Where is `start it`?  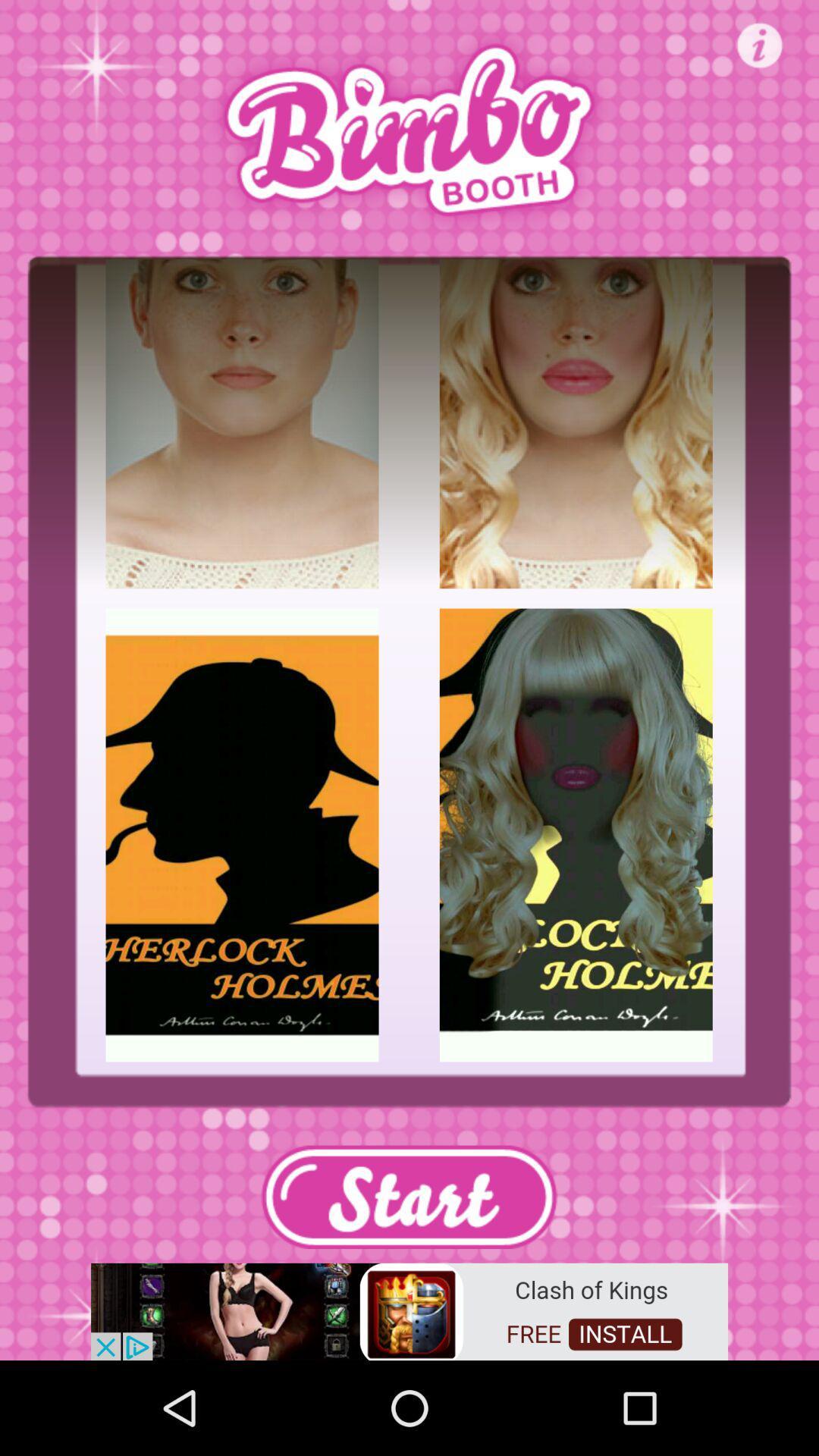
start it is located at coordinates (408, 1196).